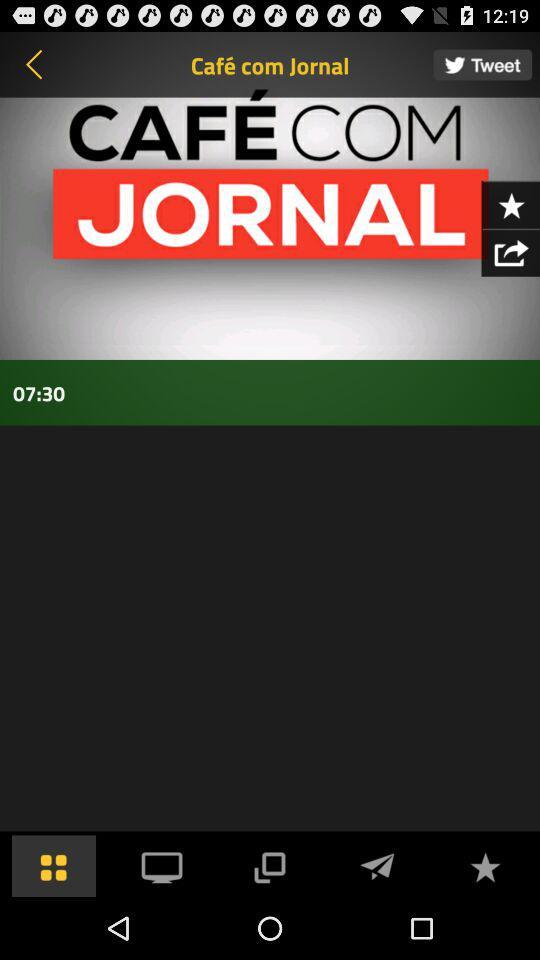 Image resolution: width=540 pixels, height=960 pixels. What do you see at coordinates (269, 864) in the screenshot?
I see `screen share option` at bounding box center [269, 864].